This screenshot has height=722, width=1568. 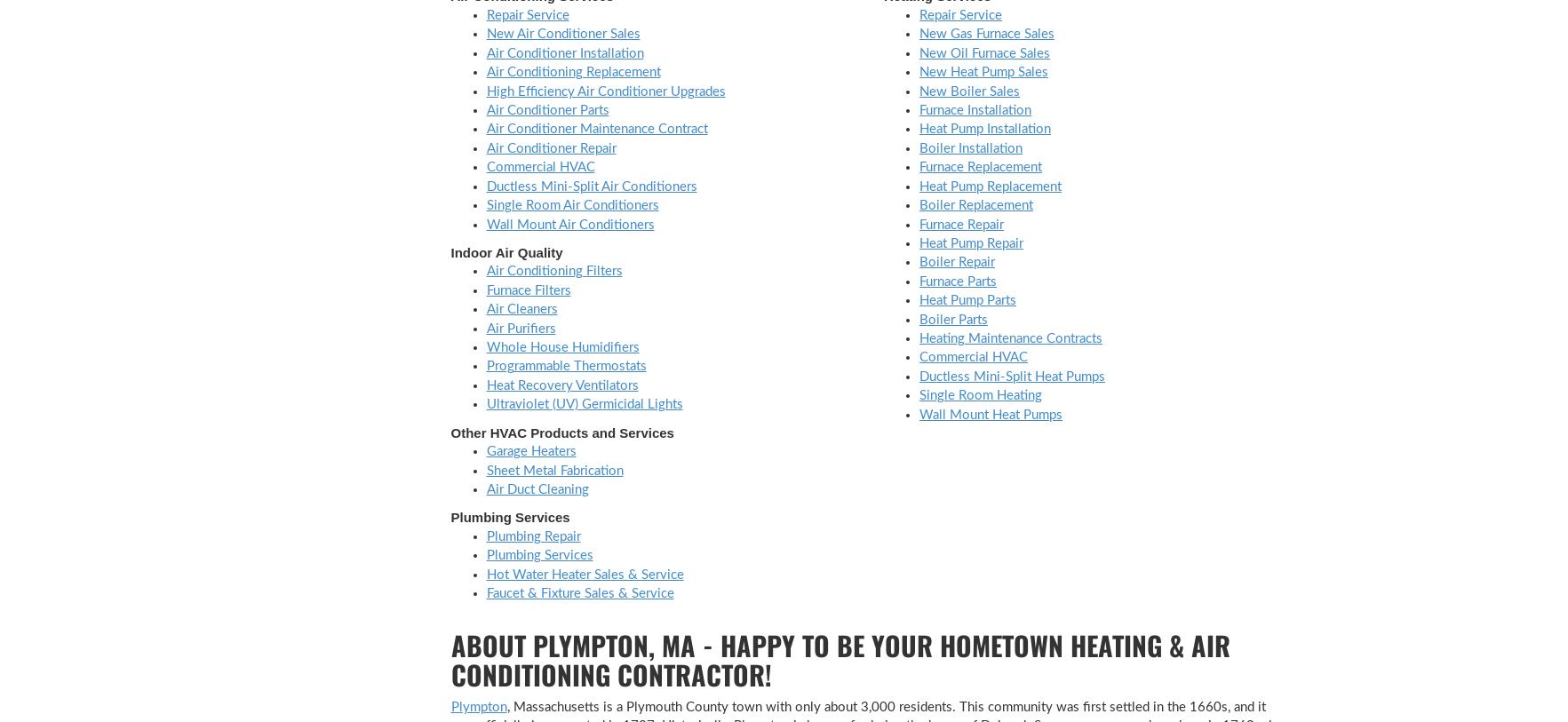 I want to click on 'Programmable Thermostats', so click(x=564, y=366).